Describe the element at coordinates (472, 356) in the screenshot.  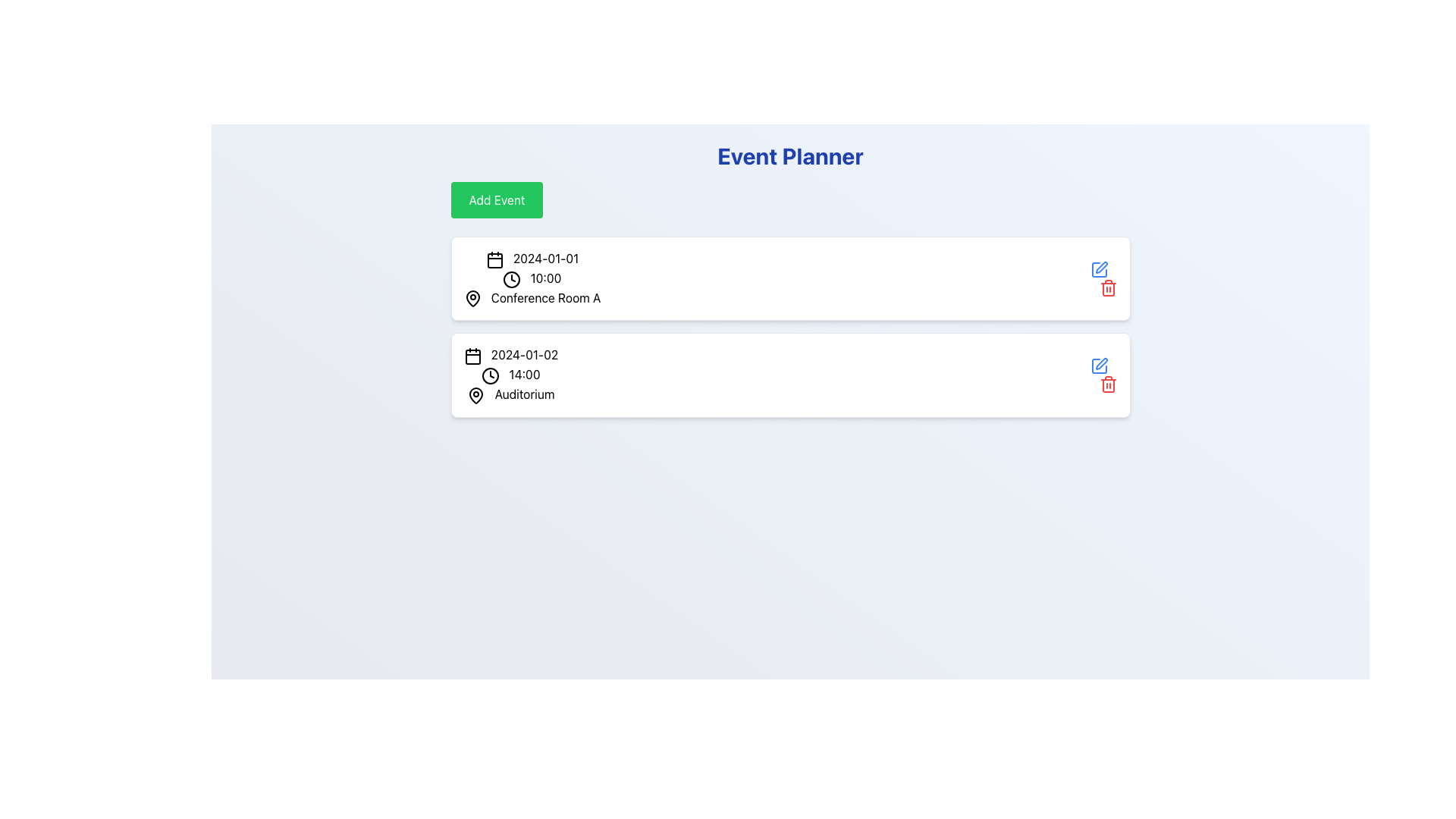
I see `the calendar icon that is positioned at the beginning of the second event entry, aligned to the left of the date '2024-01-02'` at that location.